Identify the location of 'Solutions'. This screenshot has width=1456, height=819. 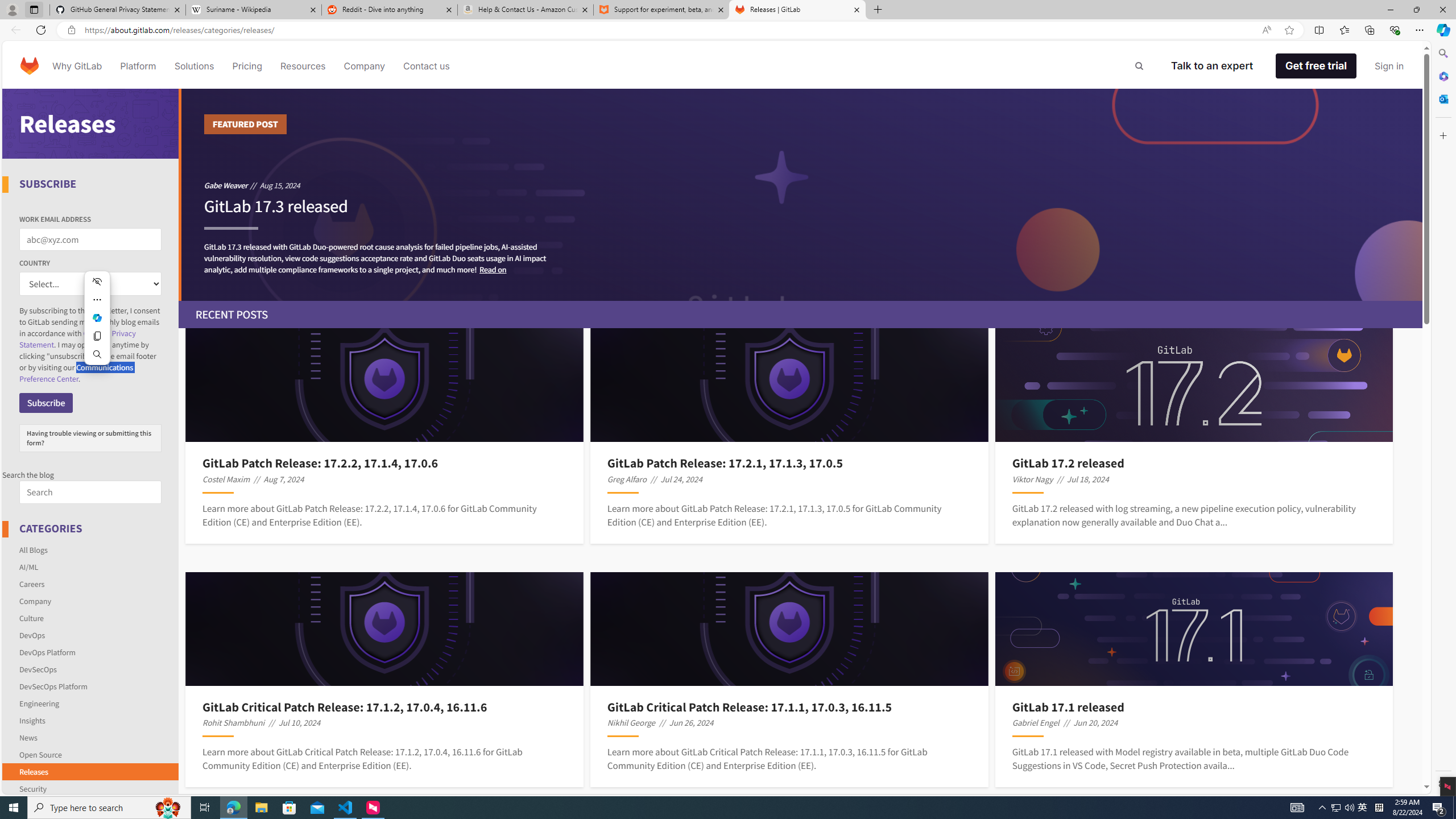
(193, 65).